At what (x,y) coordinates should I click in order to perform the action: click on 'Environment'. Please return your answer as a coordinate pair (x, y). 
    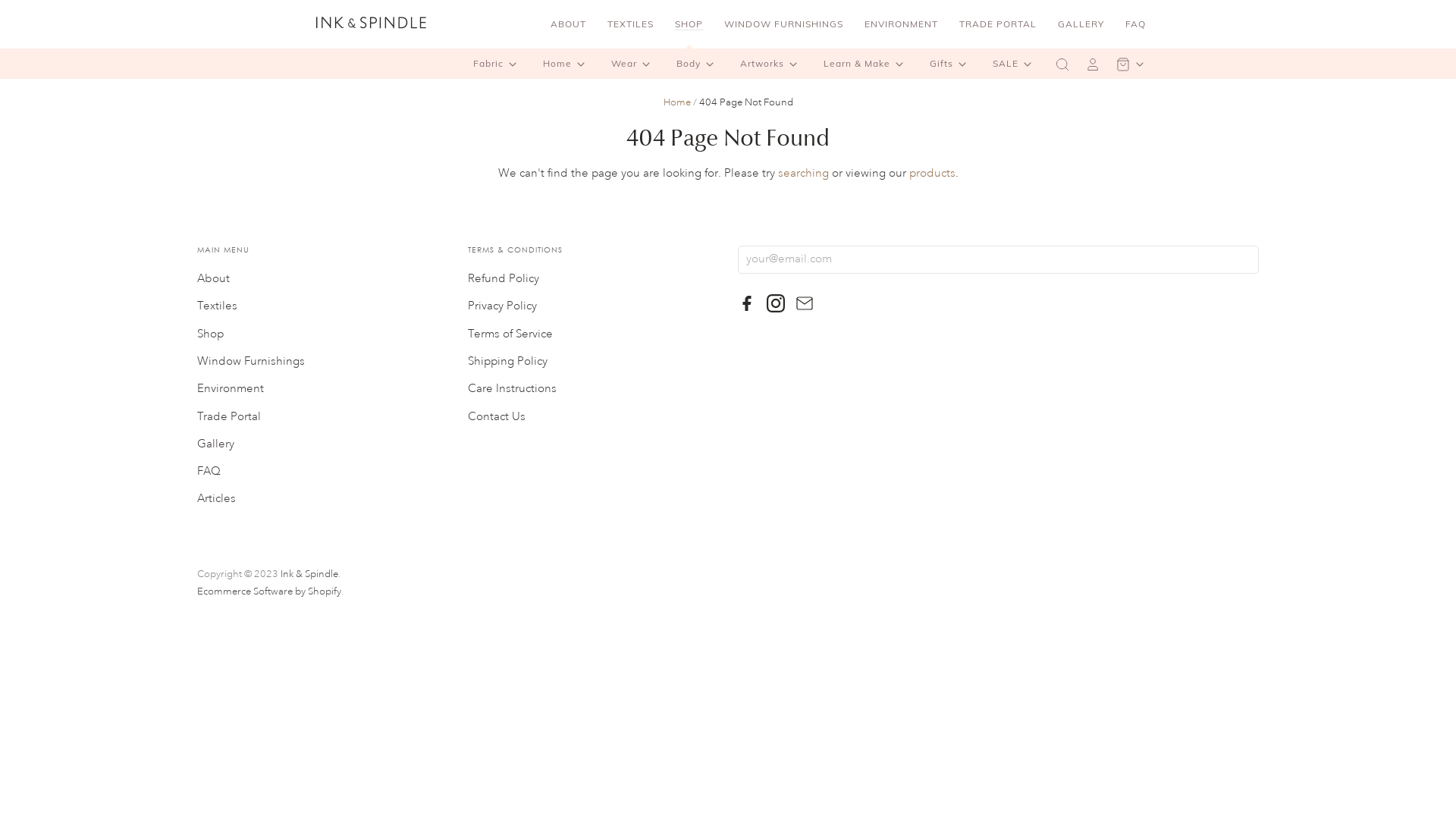
    Looking at the image, I should click on (196, 388).